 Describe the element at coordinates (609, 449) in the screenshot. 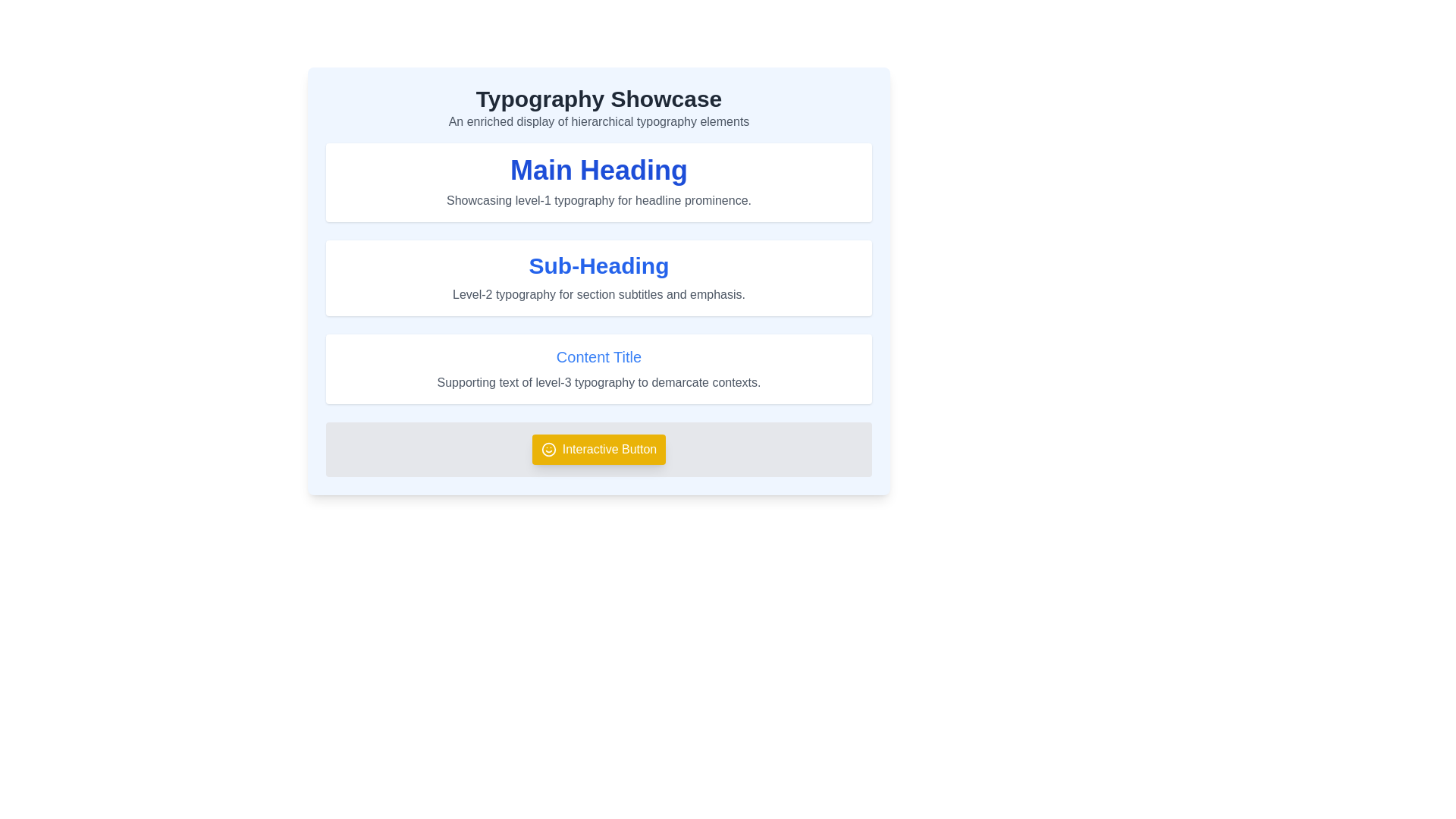

I see `the 'Interactive Button' text label, which is styled with a bold white font on a bright yellow background` at that location.